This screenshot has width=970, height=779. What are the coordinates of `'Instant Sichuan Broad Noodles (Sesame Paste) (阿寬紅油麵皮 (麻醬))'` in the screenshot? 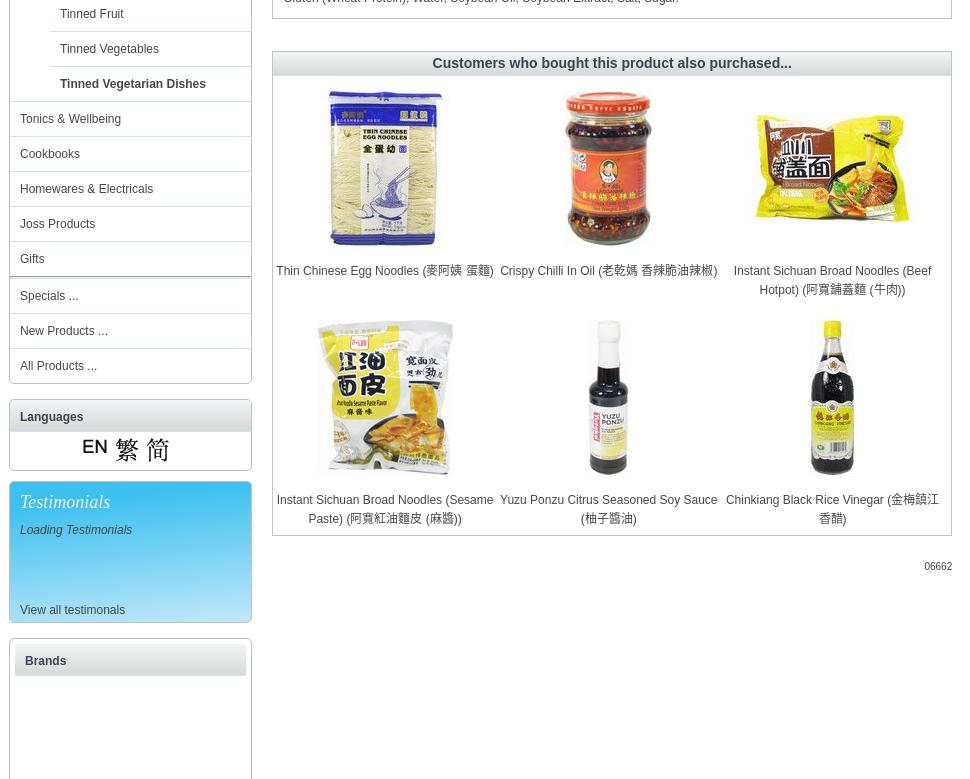 It's located at (383, 509).